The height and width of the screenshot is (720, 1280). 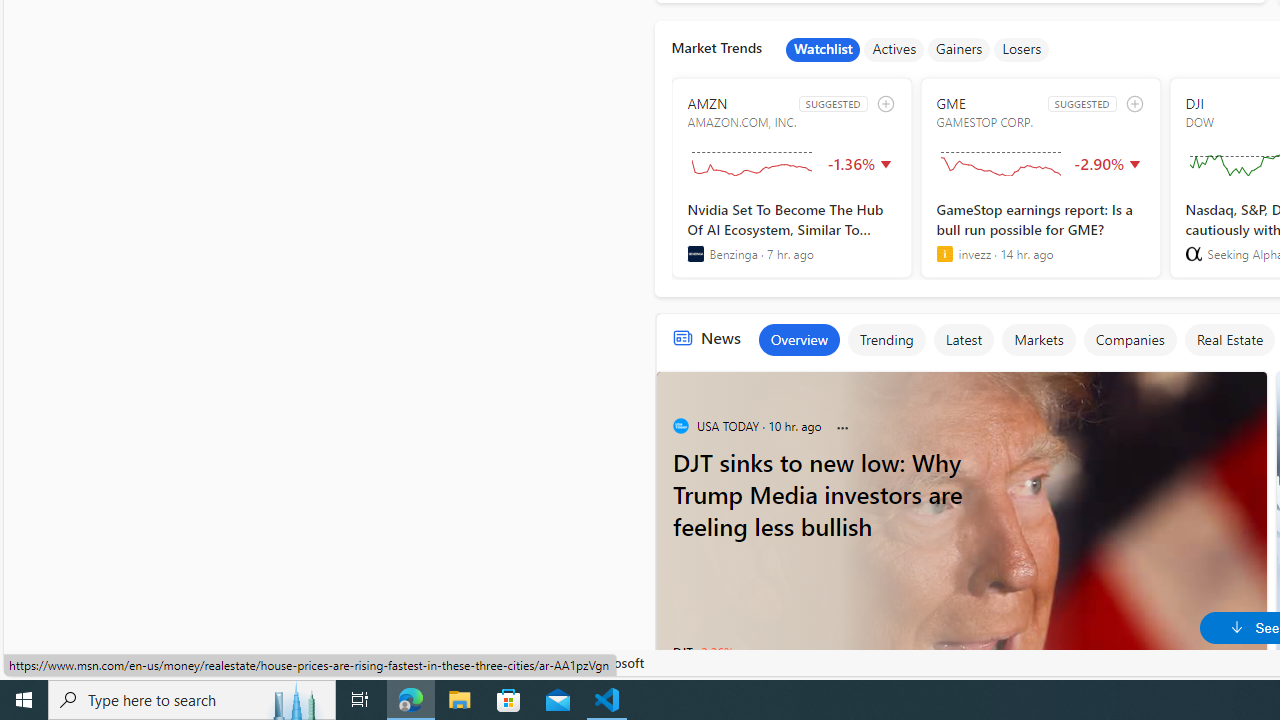 What do you see at coordinates (1134, 104) in the screenshot?
I see `'add to watchlist'` at bounding box center [1134, 104].